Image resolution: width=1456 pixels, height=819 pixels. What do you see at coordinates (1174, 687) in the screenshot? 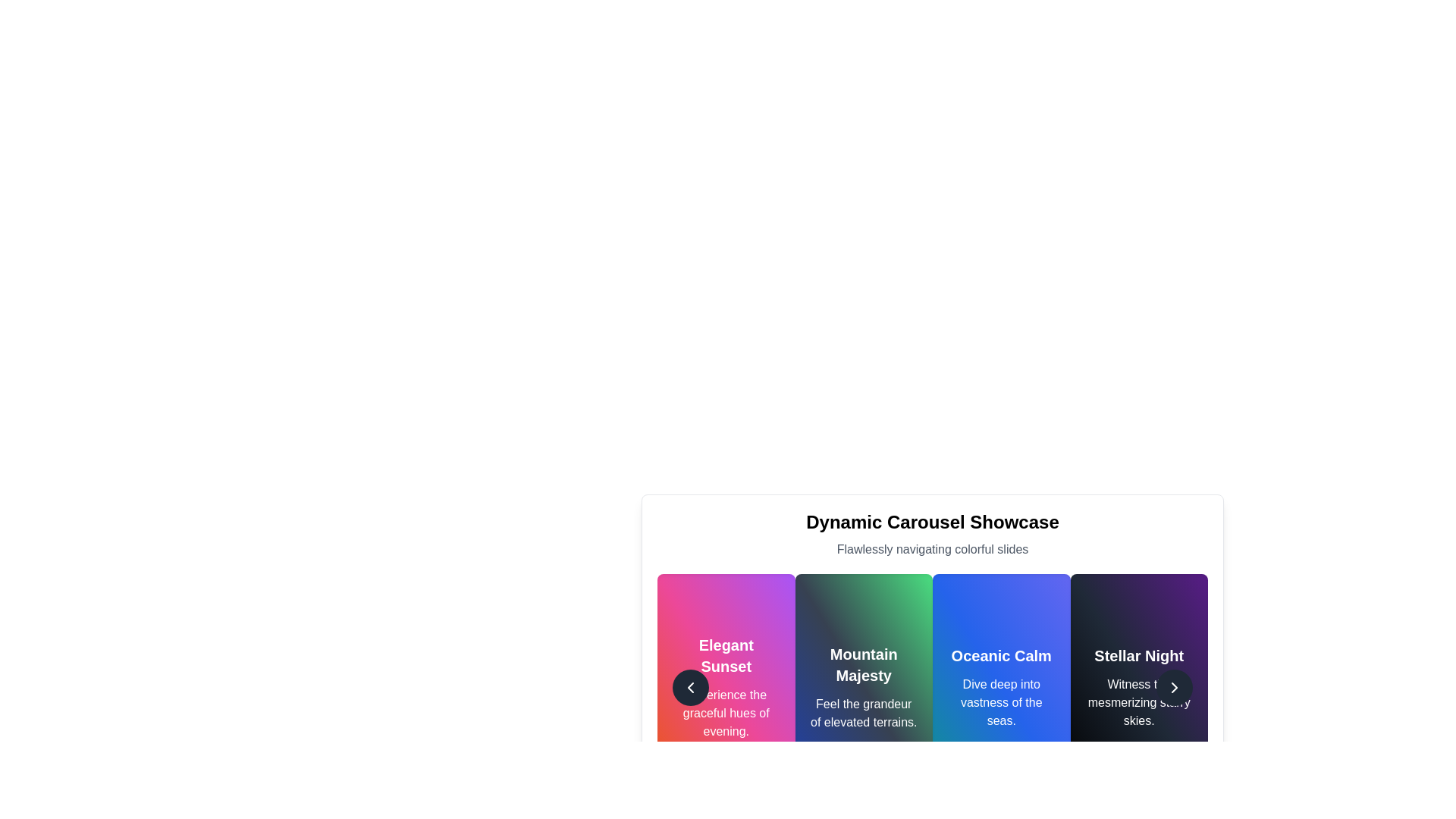
I see `the navigation button located on the far right of the carousel to transition to the next slide` at bounding box center [1174, 687].